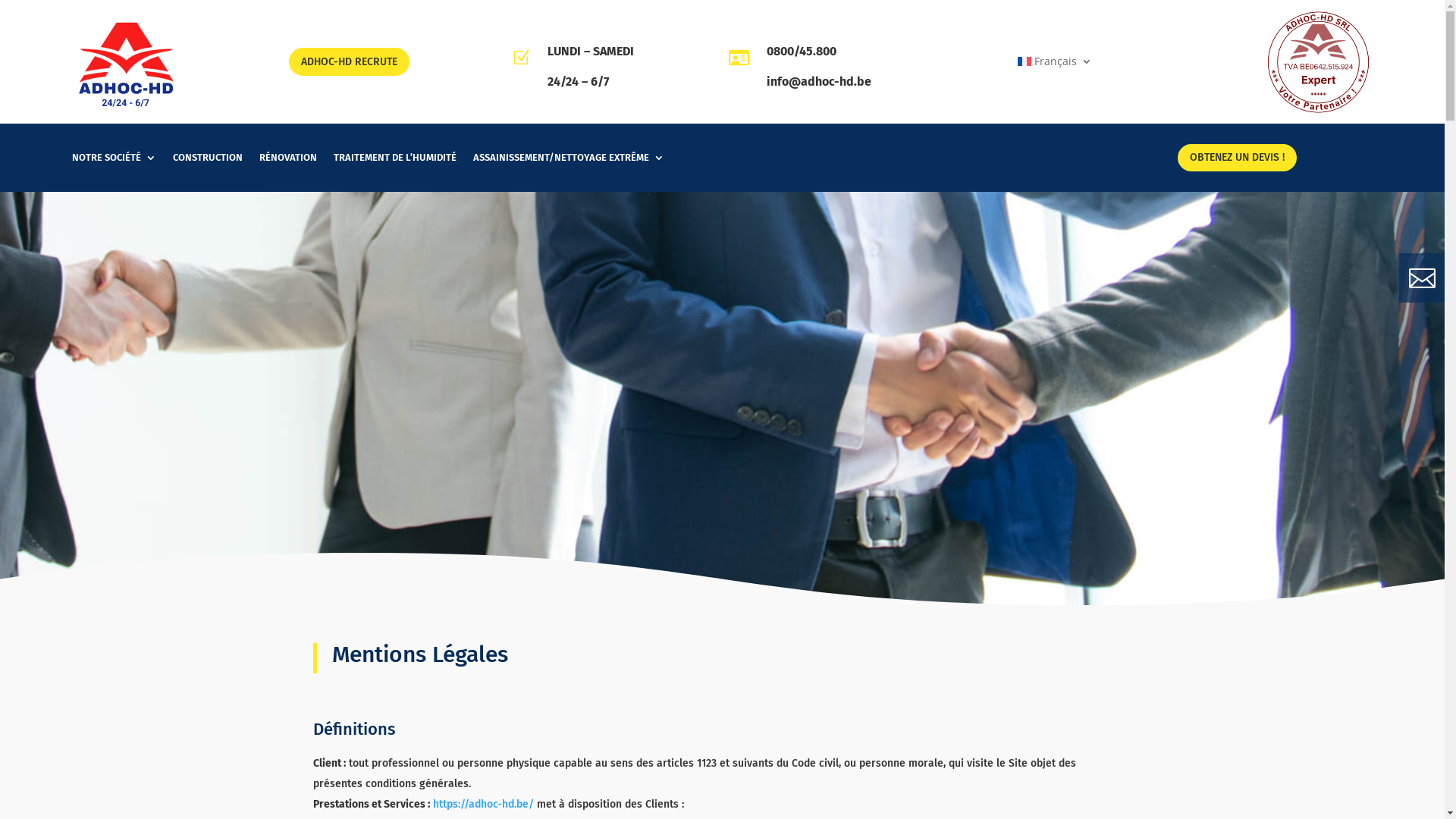  What do you see at coordinates (800, 50) in the screenshot?
I see `'0800/45.800'` at bounding box center [800, 50].